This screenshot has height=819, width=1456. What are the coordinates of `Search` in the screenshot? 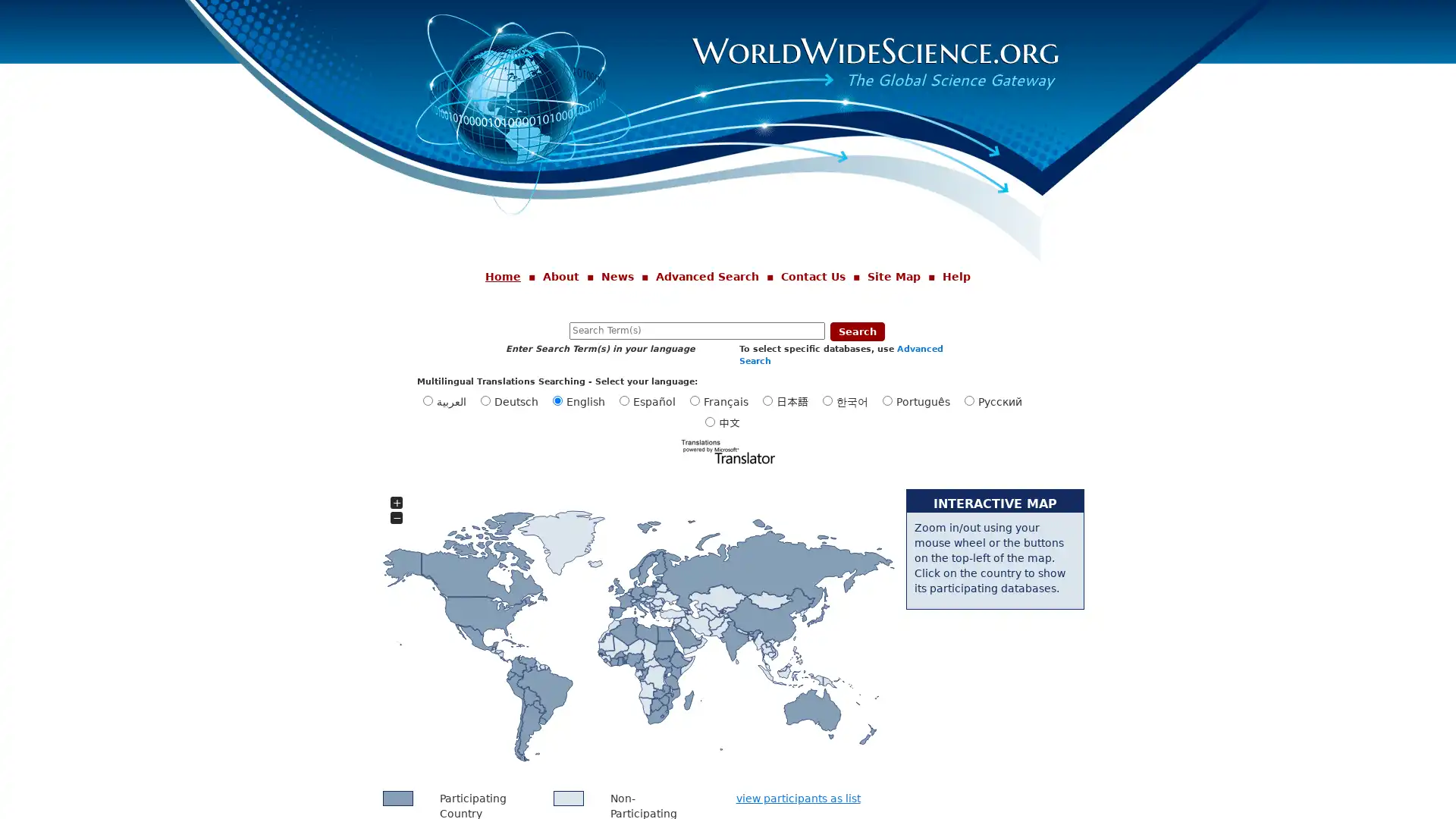 It's located at (856, 331).